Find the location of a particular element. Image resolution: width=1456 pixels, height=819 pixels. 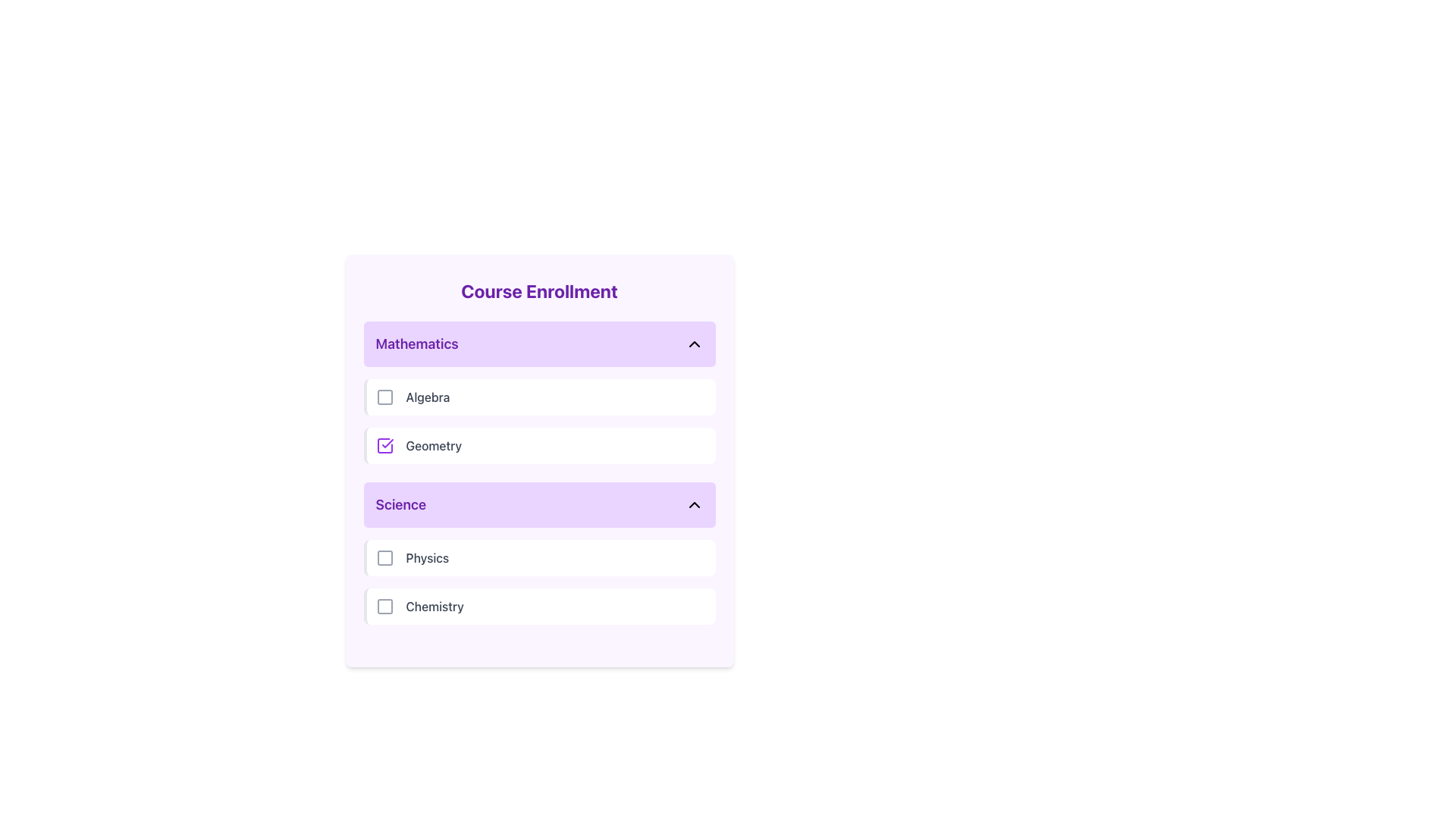

the light gray square-shaped icon located to the left of the 'Algebra' text label, which is the first icon in the vertical list of course options under the 'Mathematics' section is located at coordinates (384, 397).